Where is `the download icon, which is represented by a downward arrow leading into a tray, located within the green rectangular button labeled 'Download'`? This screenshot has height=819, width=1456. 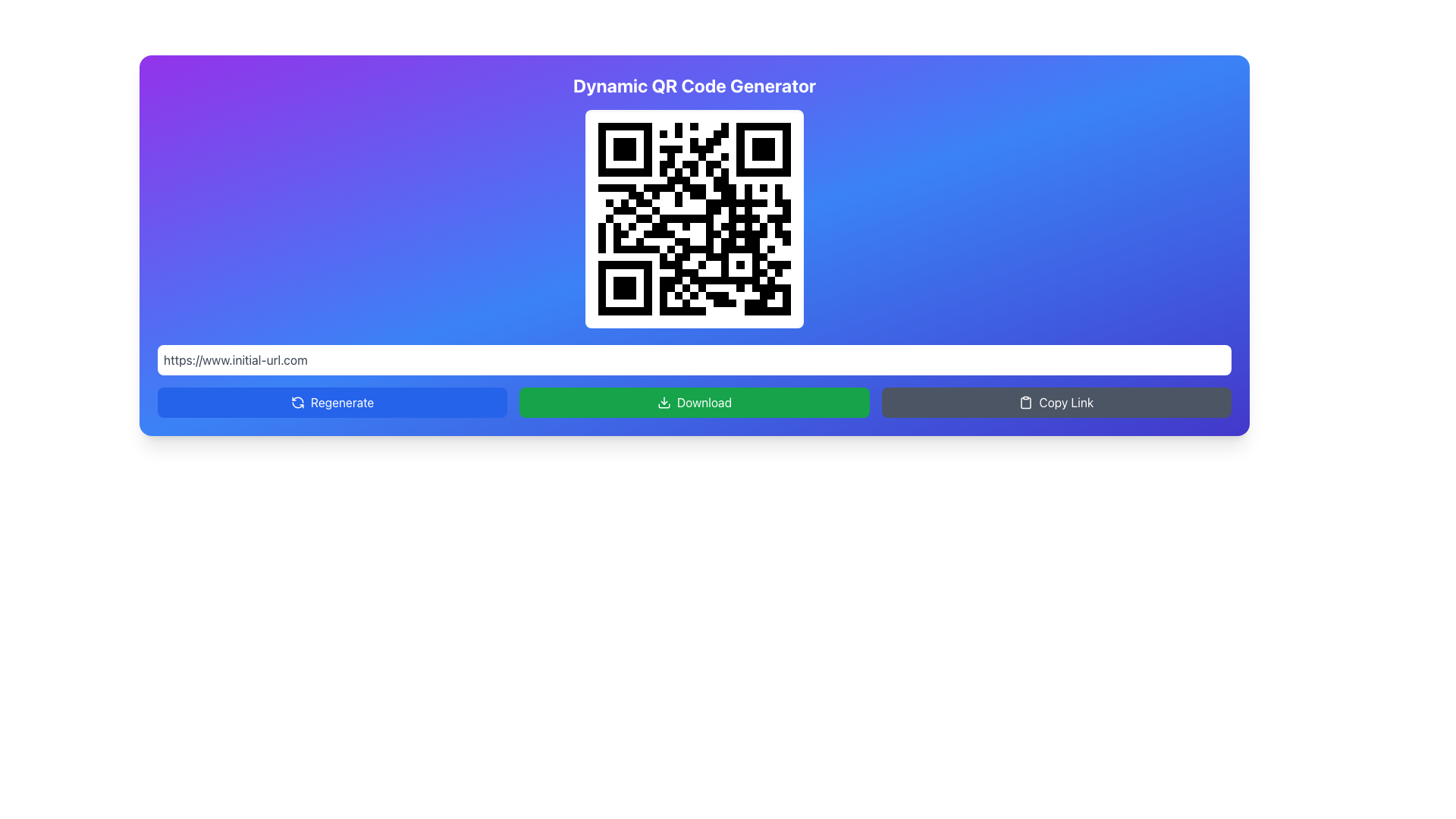
the download icon, which is represented by a downward arrow leading into a tray, located within the green rectangular button labeled 'Download' is located at coordinates (664, 402).